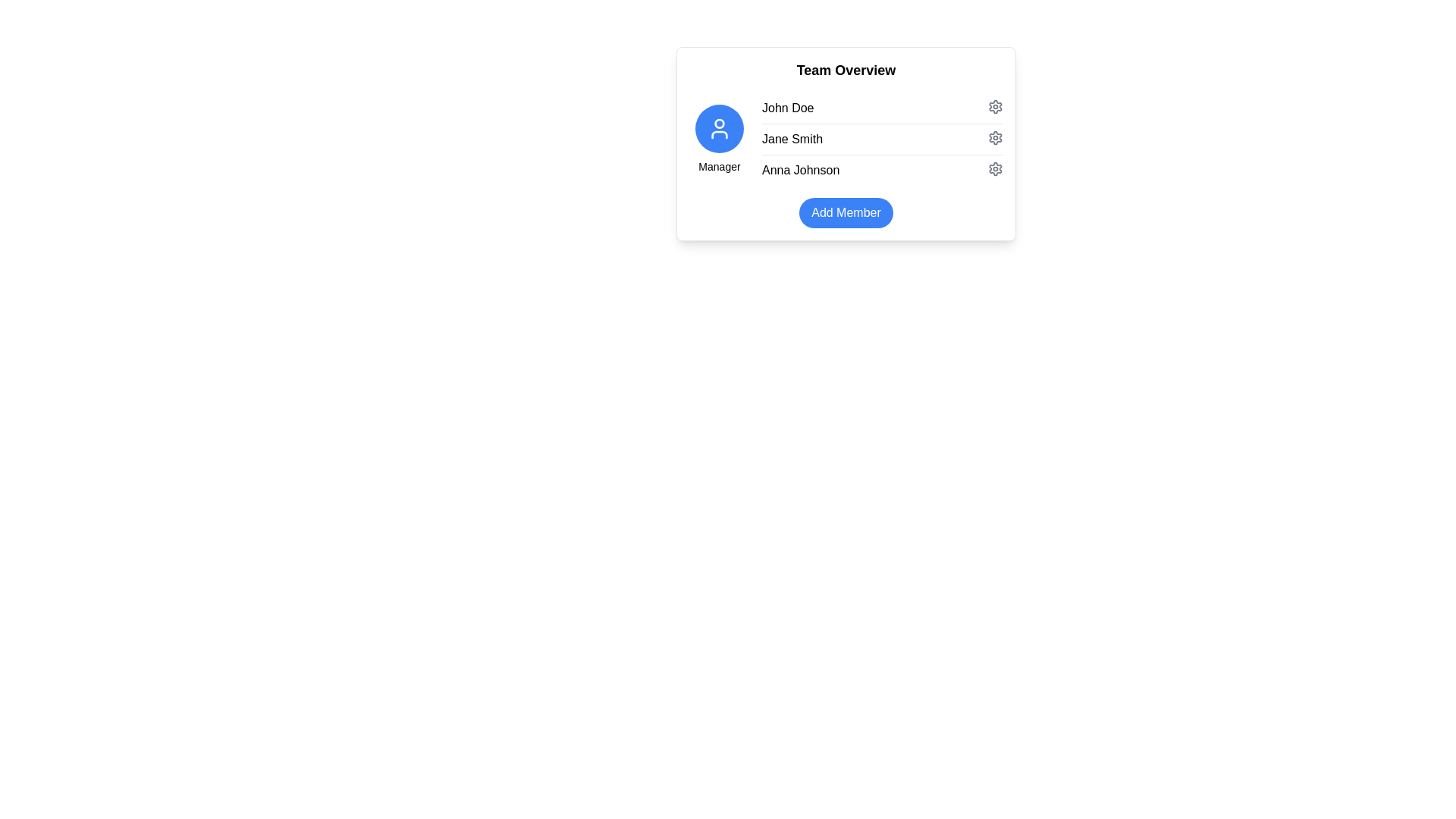 This screenshot has height=819, width=1456. What do you see at coordinates (846, 140) in the screenshot?
I see `the list item representing a team member's name located` at bounding box center [846, 140].